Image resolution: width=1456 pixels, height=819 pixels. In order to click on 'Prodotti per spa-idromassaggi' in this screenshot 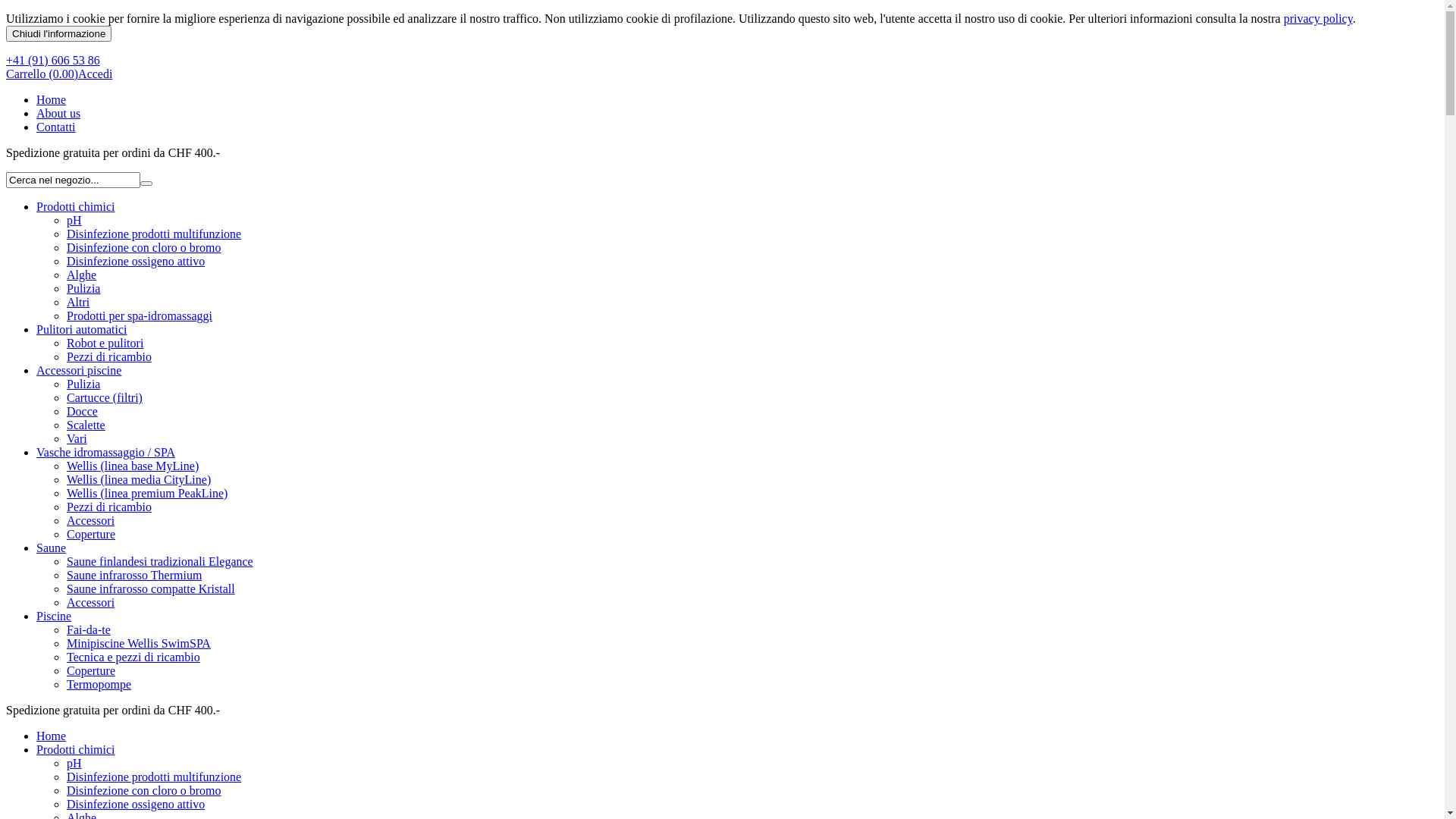, I will do `click(139, 315)`.